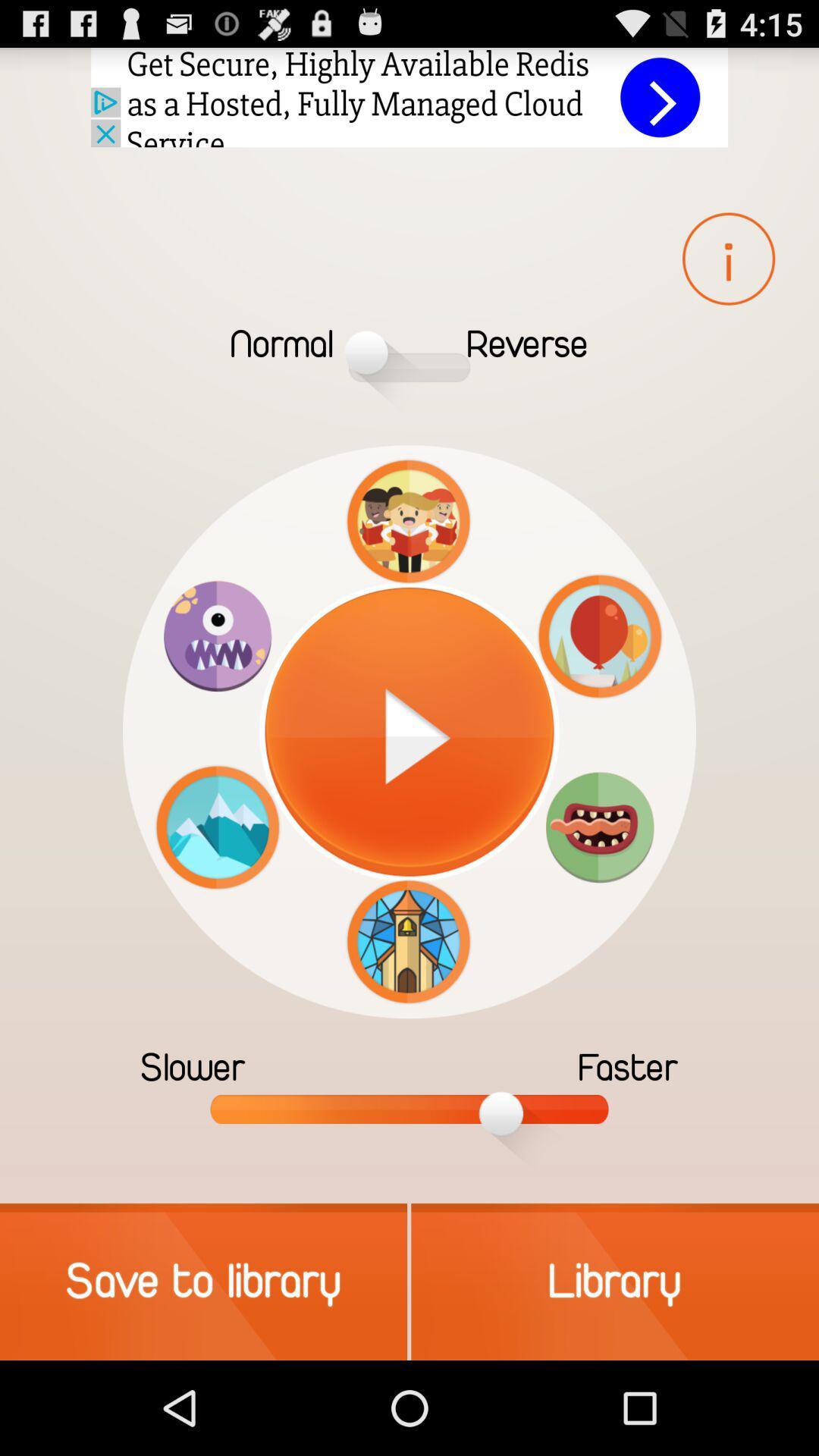 This screenshot has width=819, height=1456. What do you see at coordinates (408, 521) in the screenshot?
I see `the icon above the pause button` at bounding box center [408, 521].